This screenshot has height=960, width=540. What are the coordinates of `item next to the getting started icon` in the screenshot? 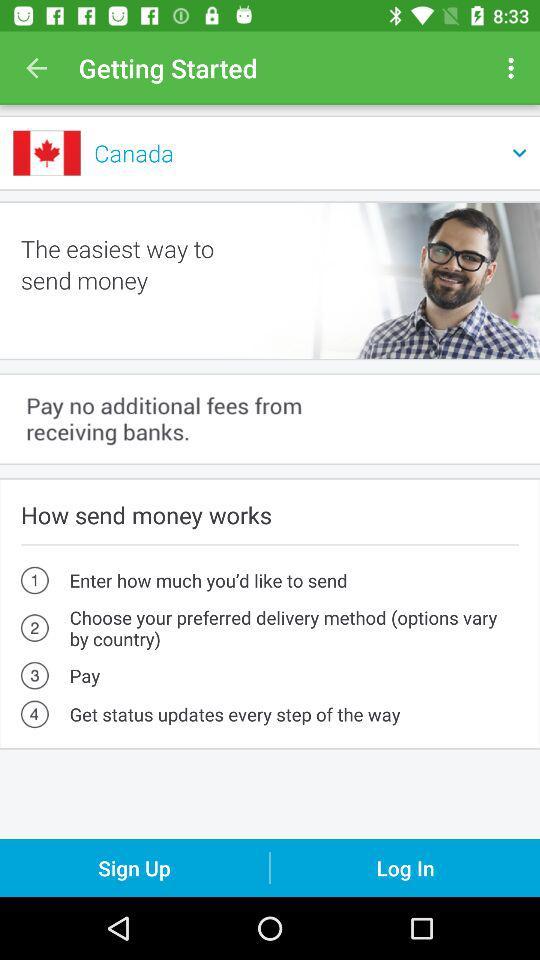 It's located at (513, 68).